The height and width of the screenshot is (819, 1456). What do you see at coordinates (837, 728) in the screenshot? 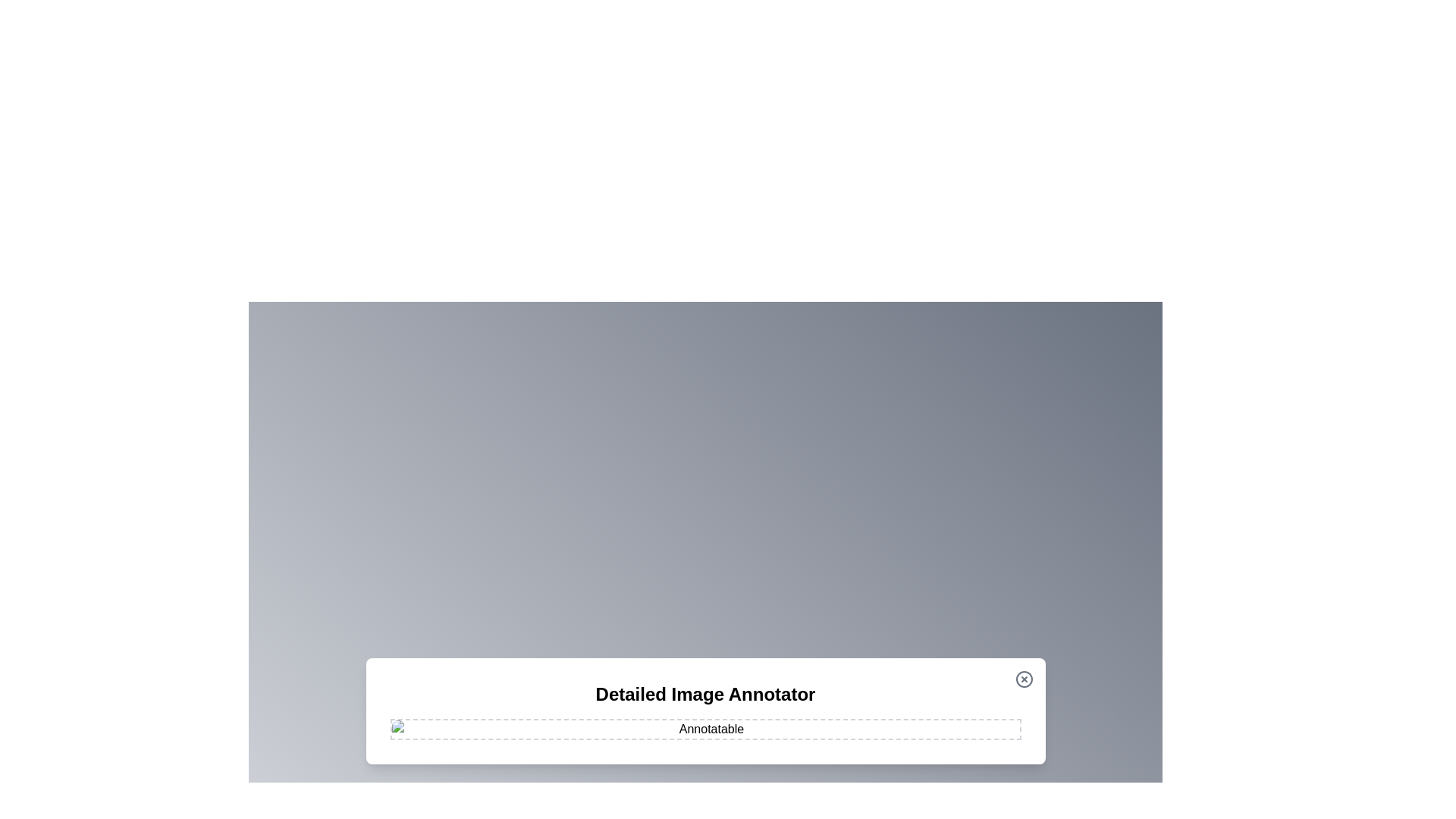
I see `the image at coordinates (1106, 962) to add an annotation` at bounding box center [837, 728].